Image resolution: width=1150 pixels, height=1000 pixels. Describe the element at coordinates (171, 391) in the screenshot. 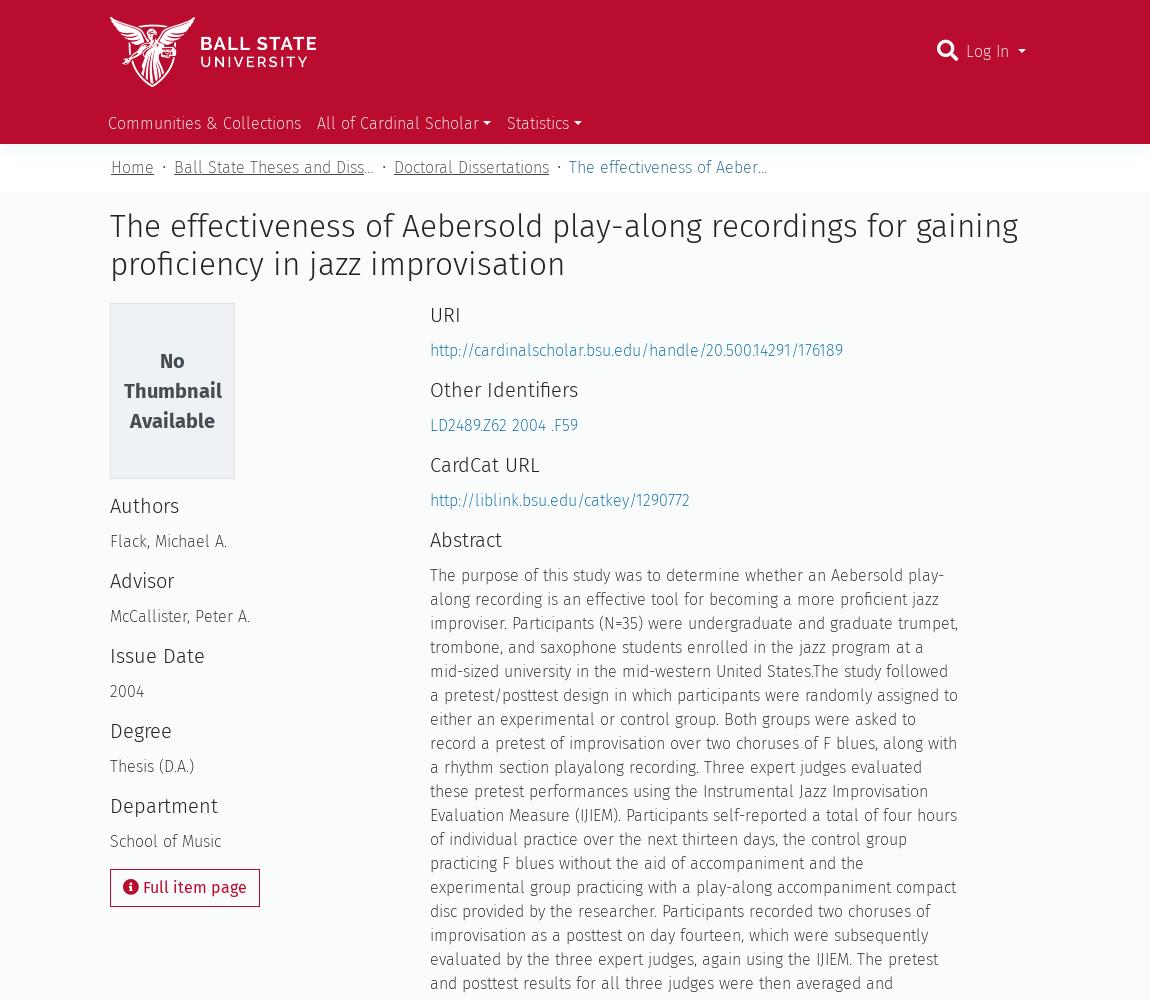

I see `'No Thumbnail Available'` at that location.